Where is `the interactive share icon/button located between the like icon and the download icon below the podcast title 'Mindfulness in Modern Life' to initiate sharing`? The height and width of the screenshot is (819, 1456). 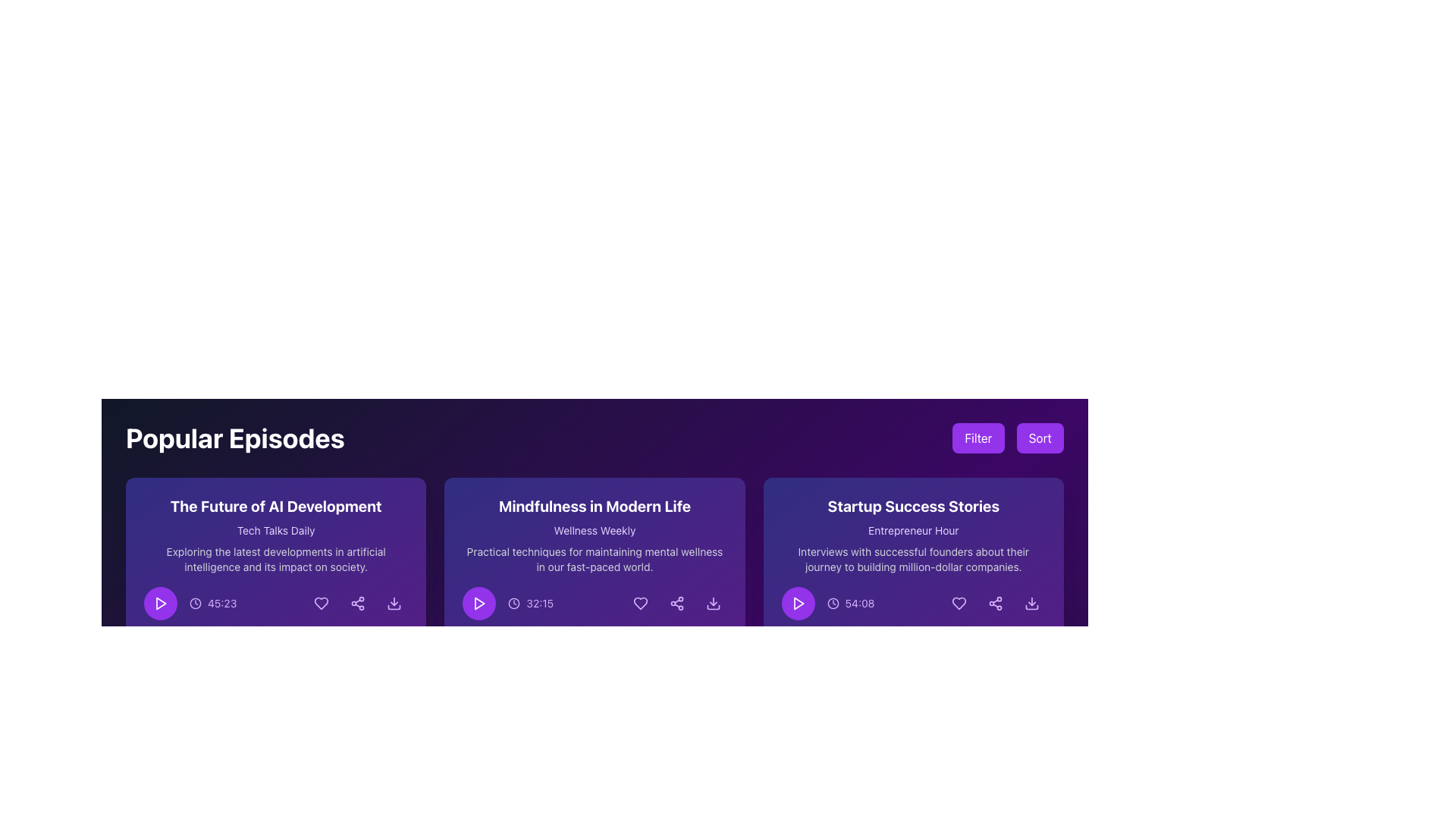 the interactive share icon/button located between the like icon and the download icon below the podcast title 'Mindfulness in Modern Life' to initiate sharing is located at coordinates (676, 602).